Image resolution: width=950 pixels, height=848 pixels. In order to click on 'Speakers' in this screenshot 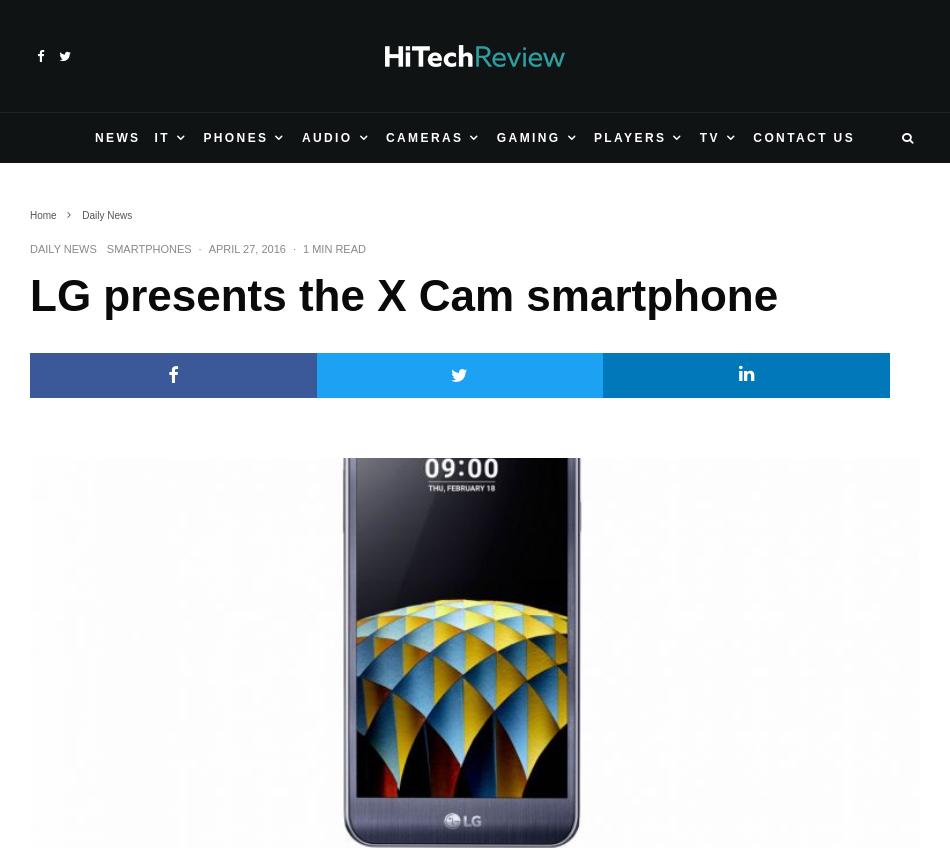, I will do `click(79, 378)`.